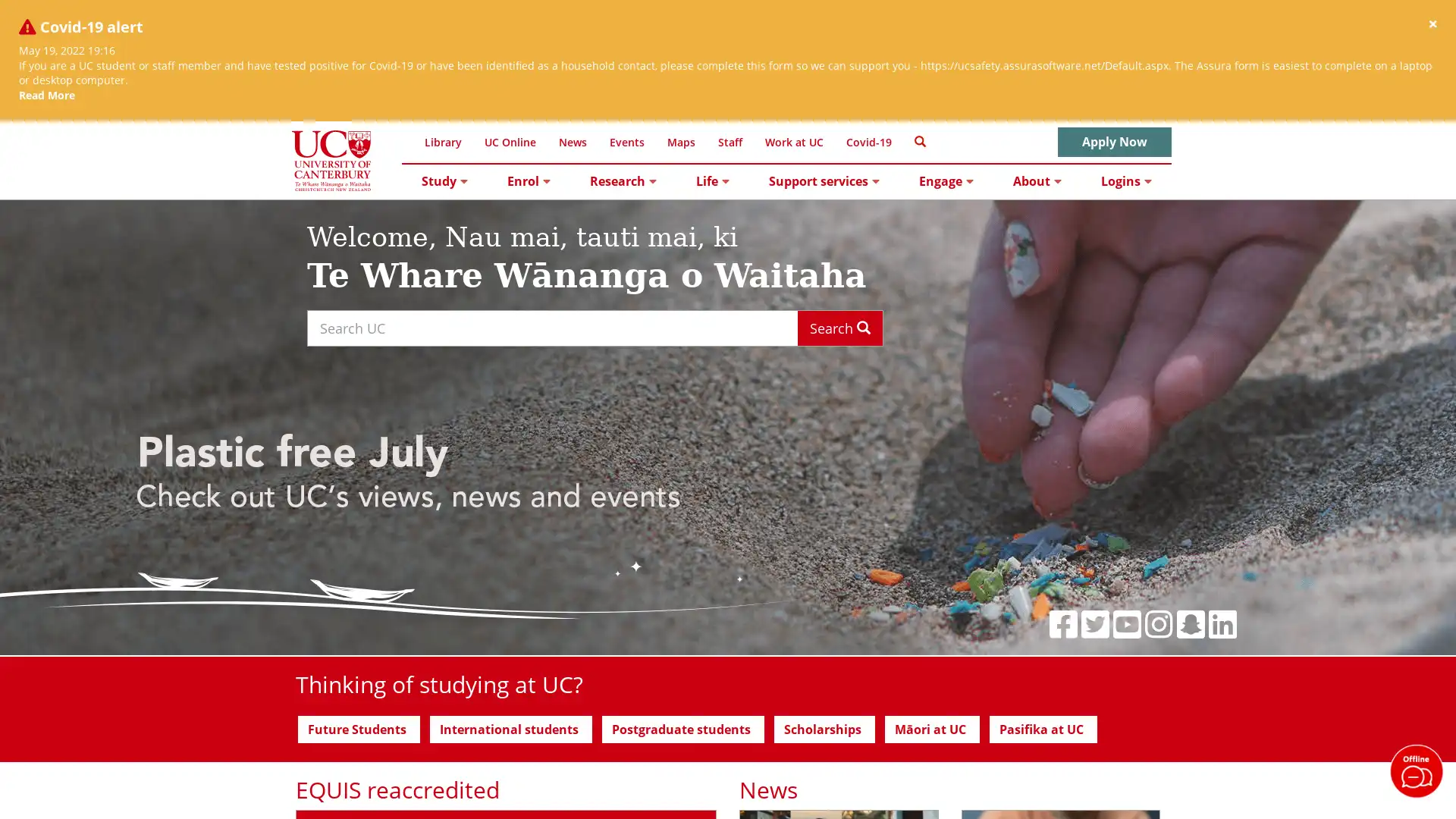  I want to click on Search, so click(839, 327).